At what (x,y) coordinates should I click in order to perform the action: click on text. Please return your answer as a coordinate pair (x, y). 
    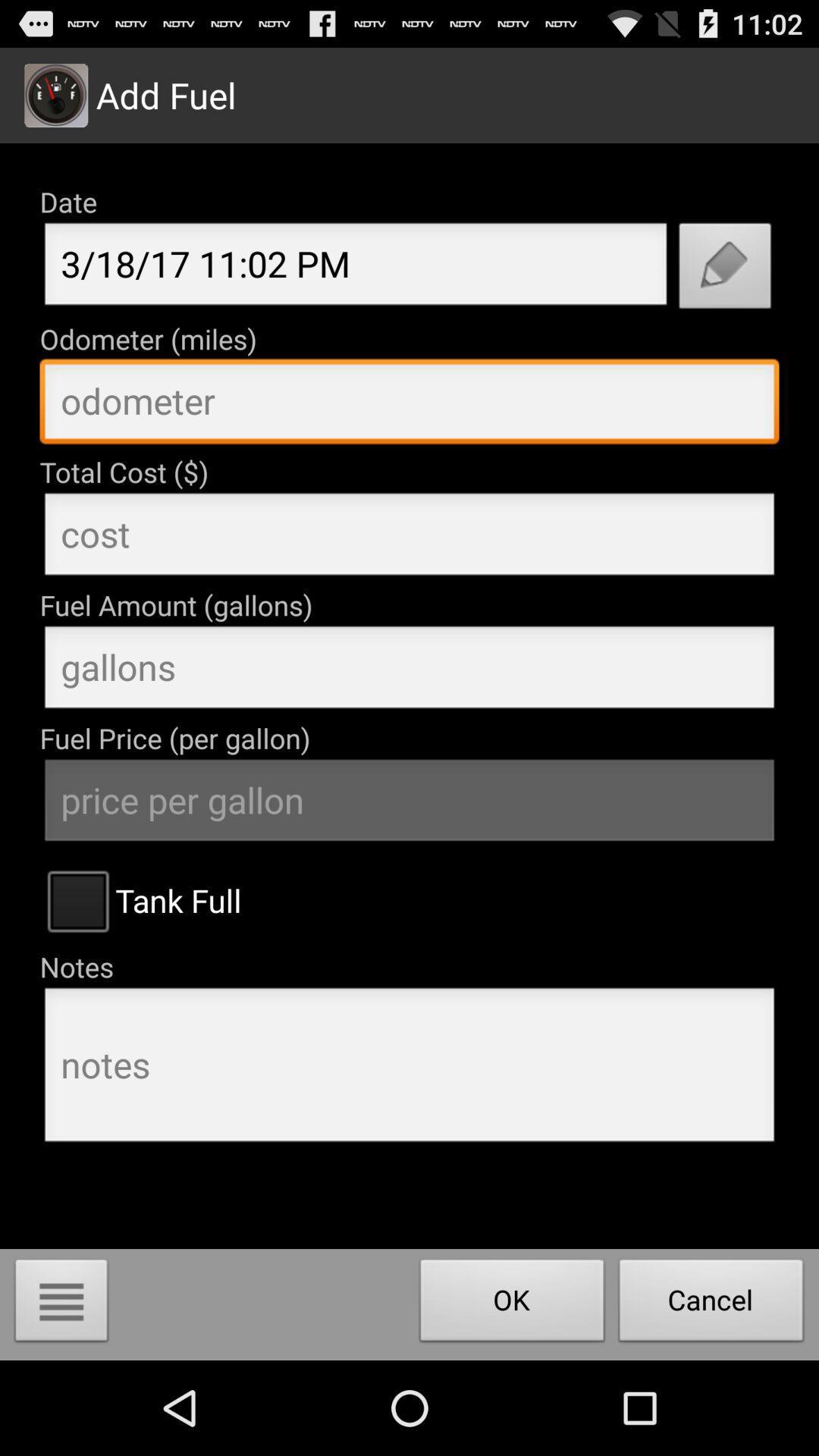
    Looking at the image, I should click on (409, 405).